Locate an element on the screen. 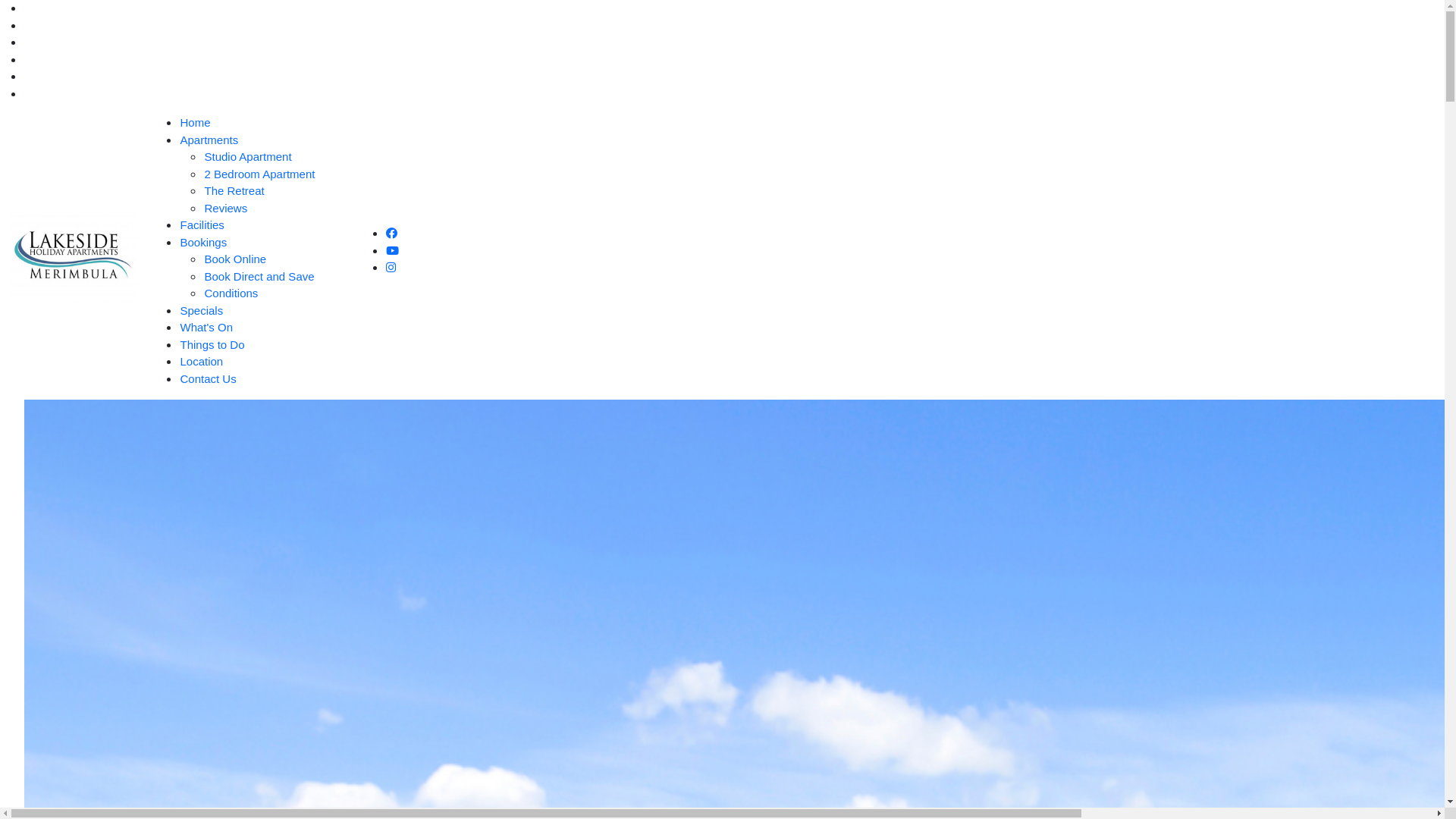 Image resolution: width=1456 pixels, height=819 pixels. 'Book Direct and Save' is located at coordinates (202, 276).